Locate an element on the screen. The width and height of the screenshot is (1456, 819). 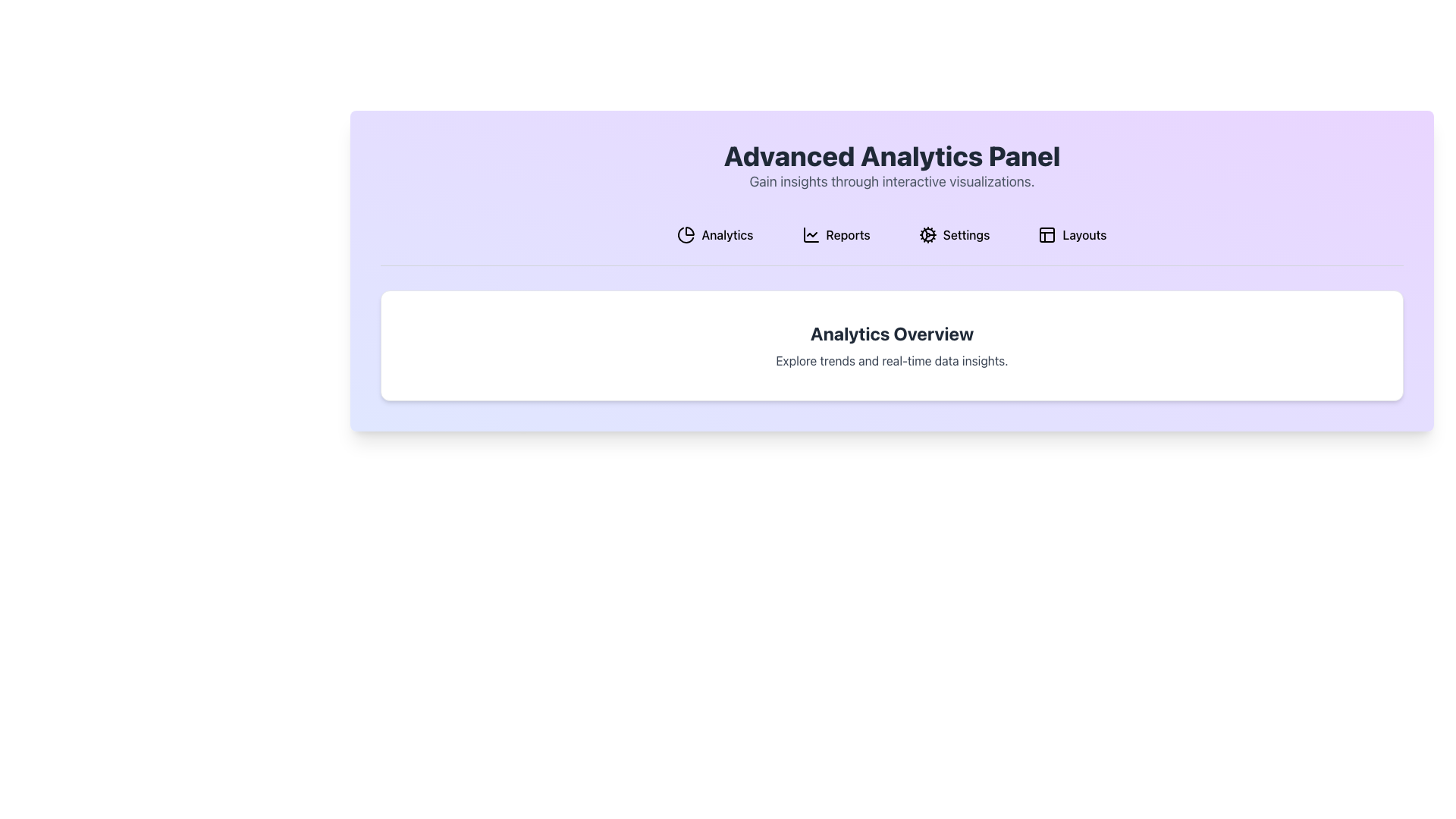
the line chart icon located in the 'Reports' section of the main navigation bar, which is positioned between the 'Analytics' and 'Settings' sections is located at coordinates (810, 234).